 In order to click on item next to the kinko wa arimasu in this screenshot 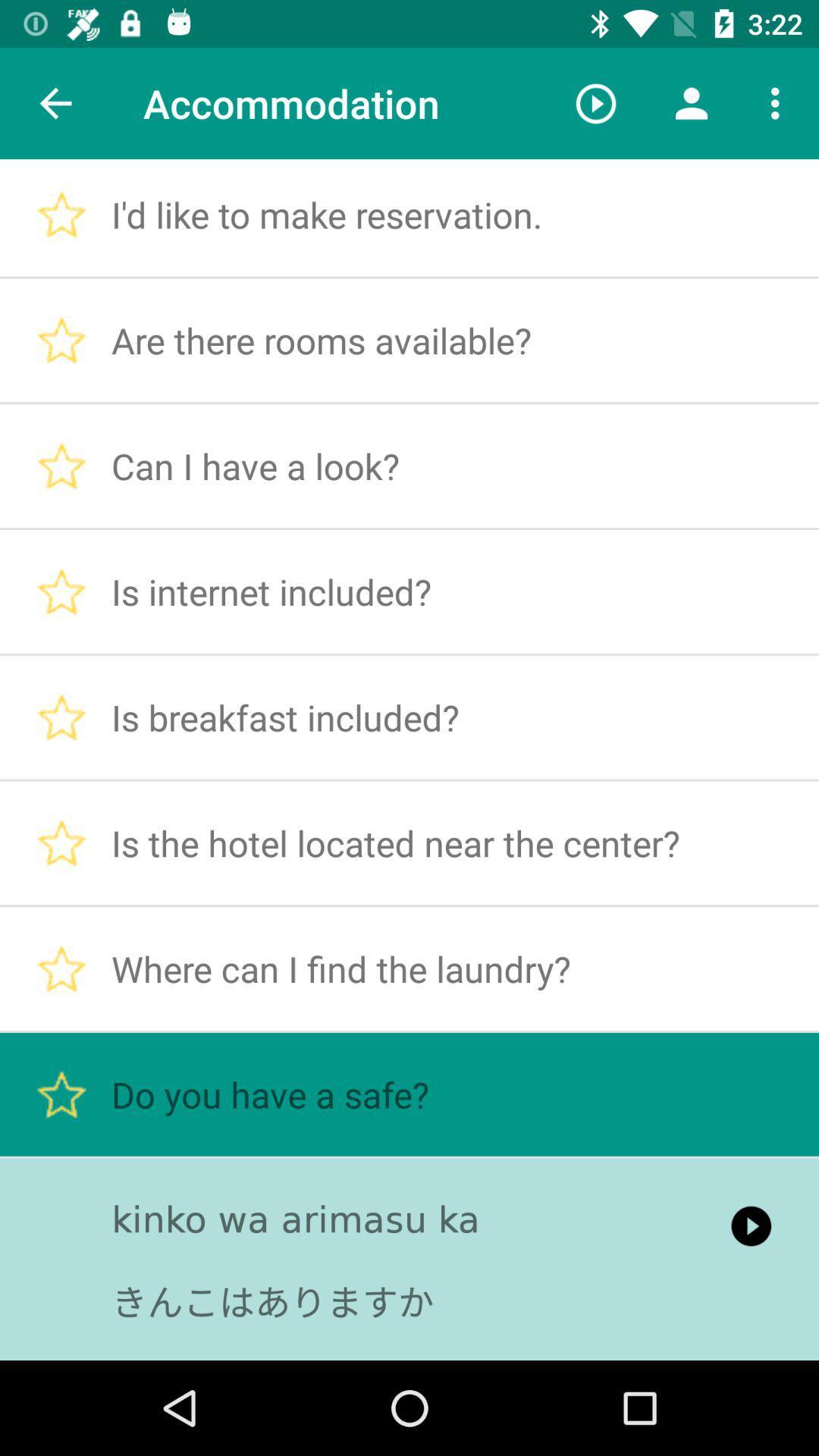, I will do `click(751, 1226)`.